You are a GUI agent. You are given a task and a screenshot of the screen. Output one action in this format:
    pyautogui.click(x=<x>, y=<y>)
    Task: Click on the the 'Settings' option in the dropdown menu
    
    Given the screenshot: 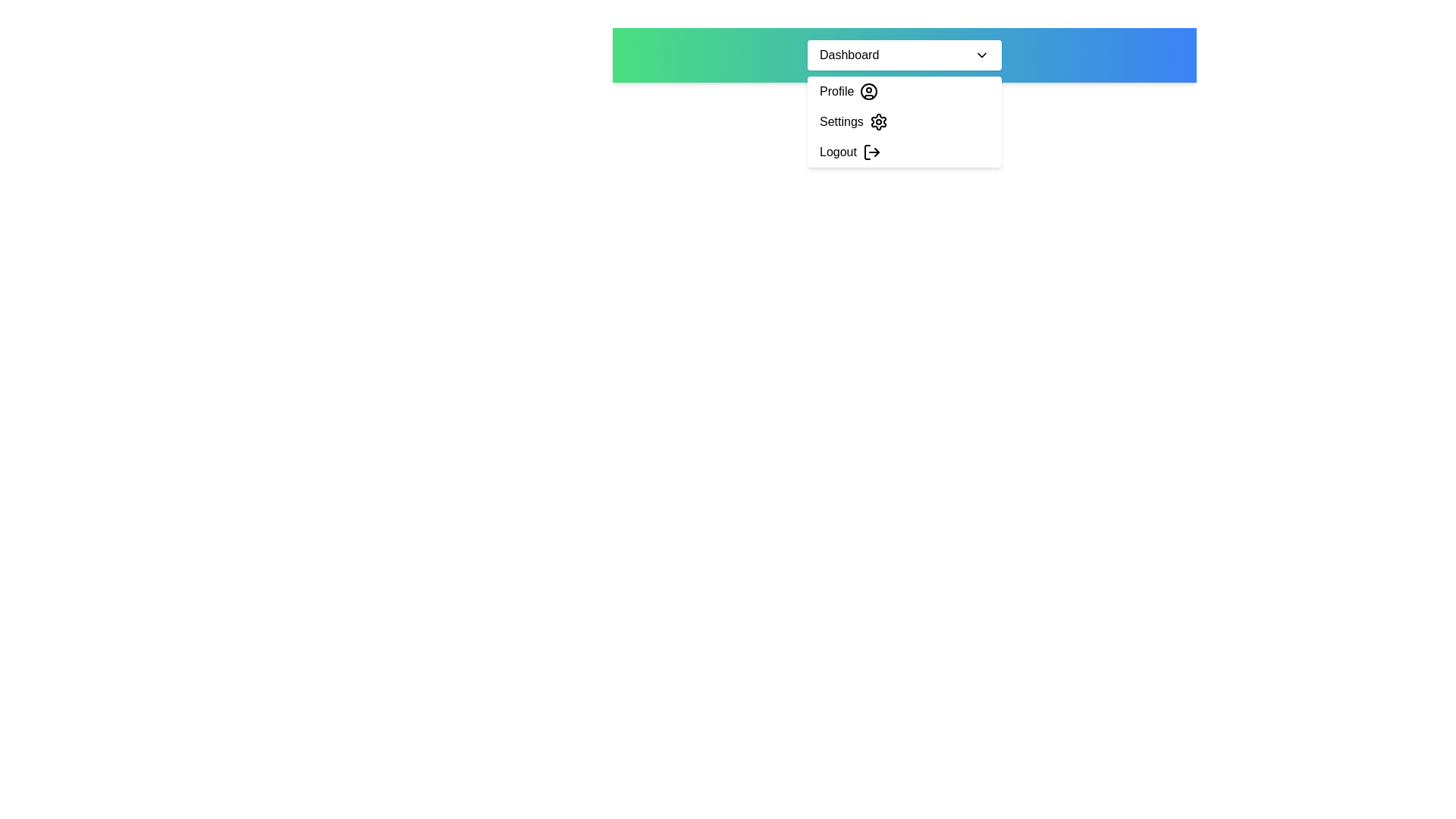 What is the action you would take?
    pyautogui.click(x=905, y=121)
    